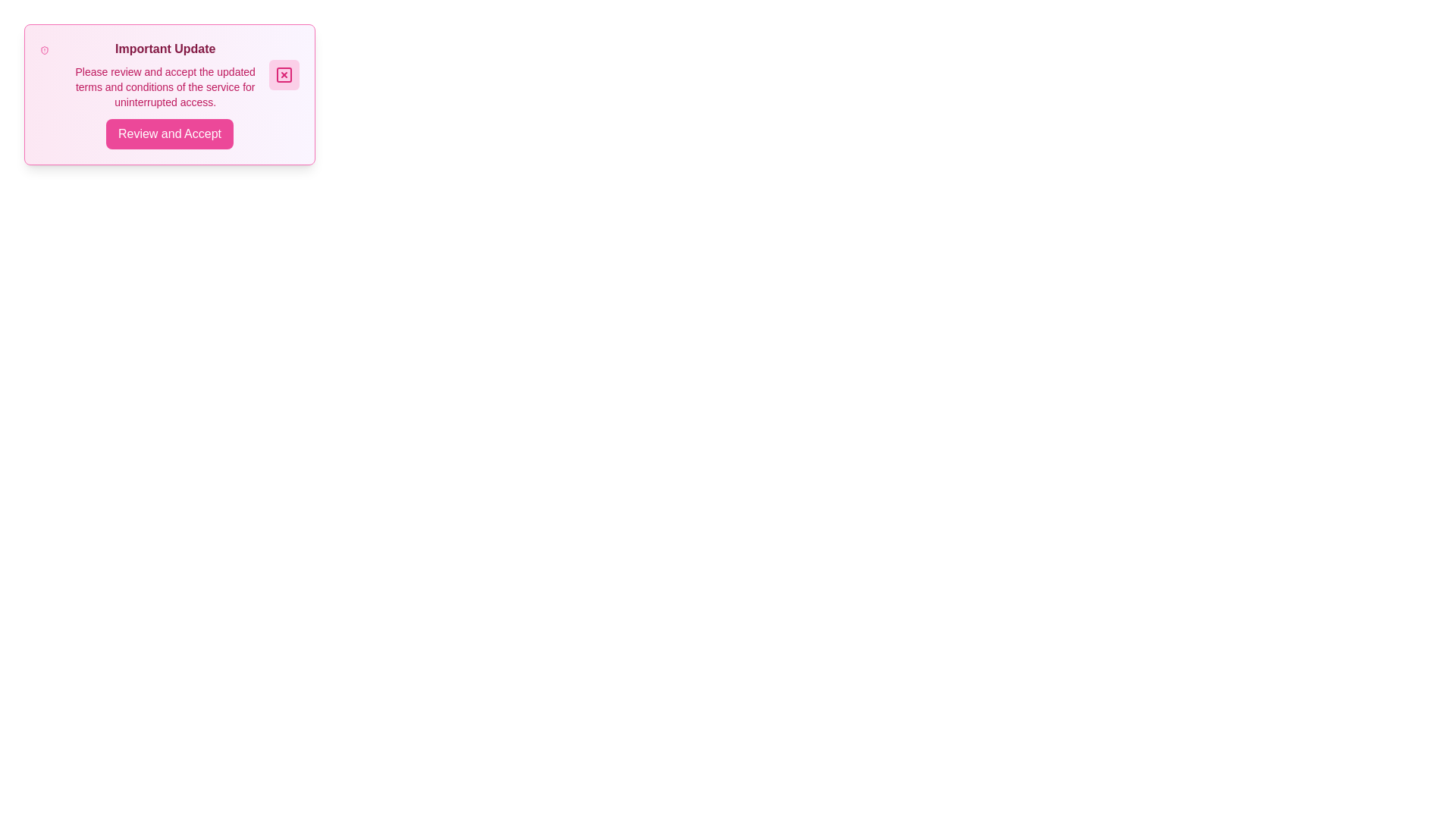 Image resolution: width=1456 pixels, height=819 pixels. What do you see at coordinates (284, 75) in the screenshot?
I see `the close button icon, which is a pink square with a cross inside, located at the top-right corner of the notification card titled 'Important Update'` at bounding box center [284, 75].